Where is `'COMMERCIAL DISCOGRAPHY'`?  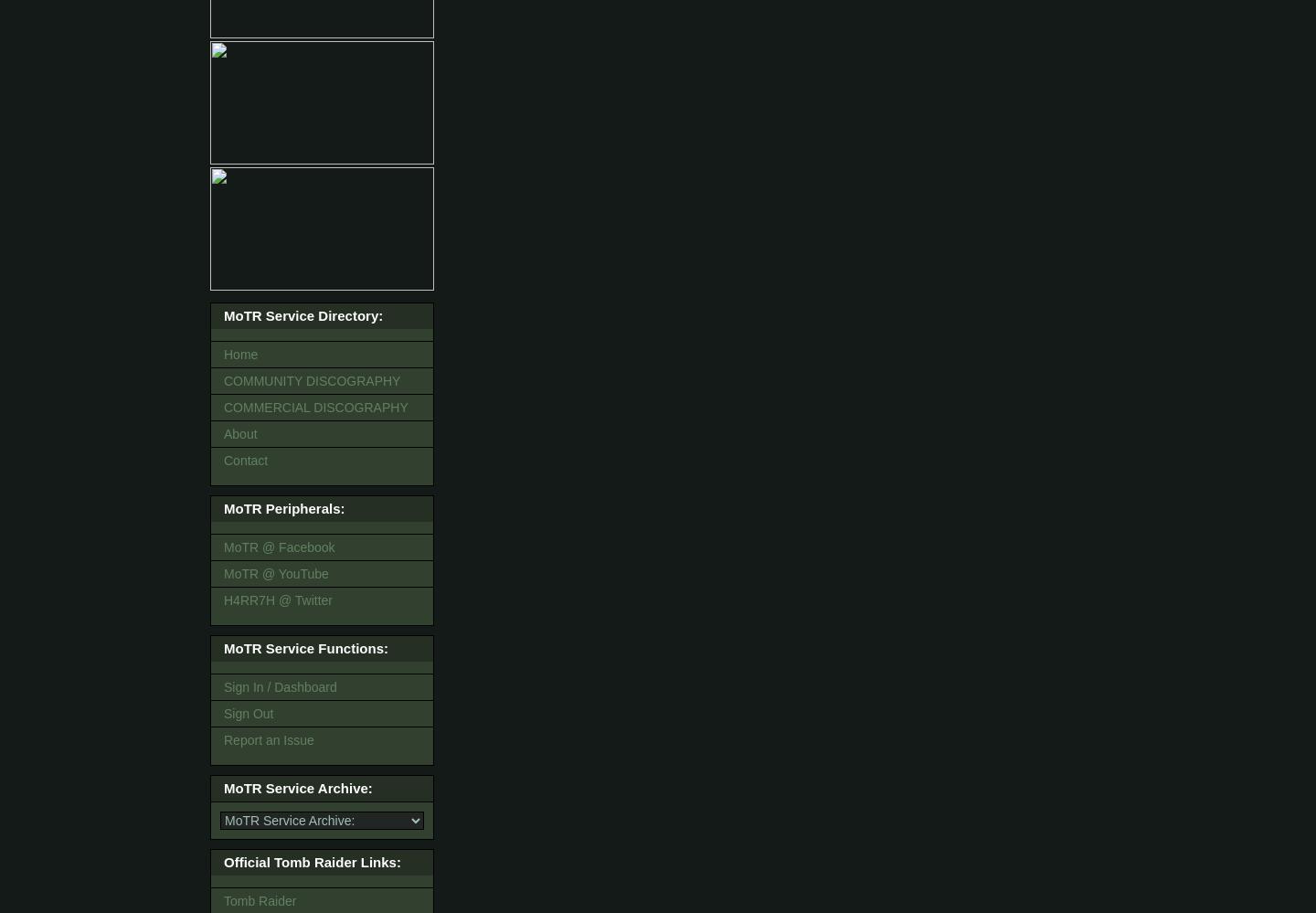 'COMMERCIAL DISCOGRAPHY' is located at coordinates (315, 407).